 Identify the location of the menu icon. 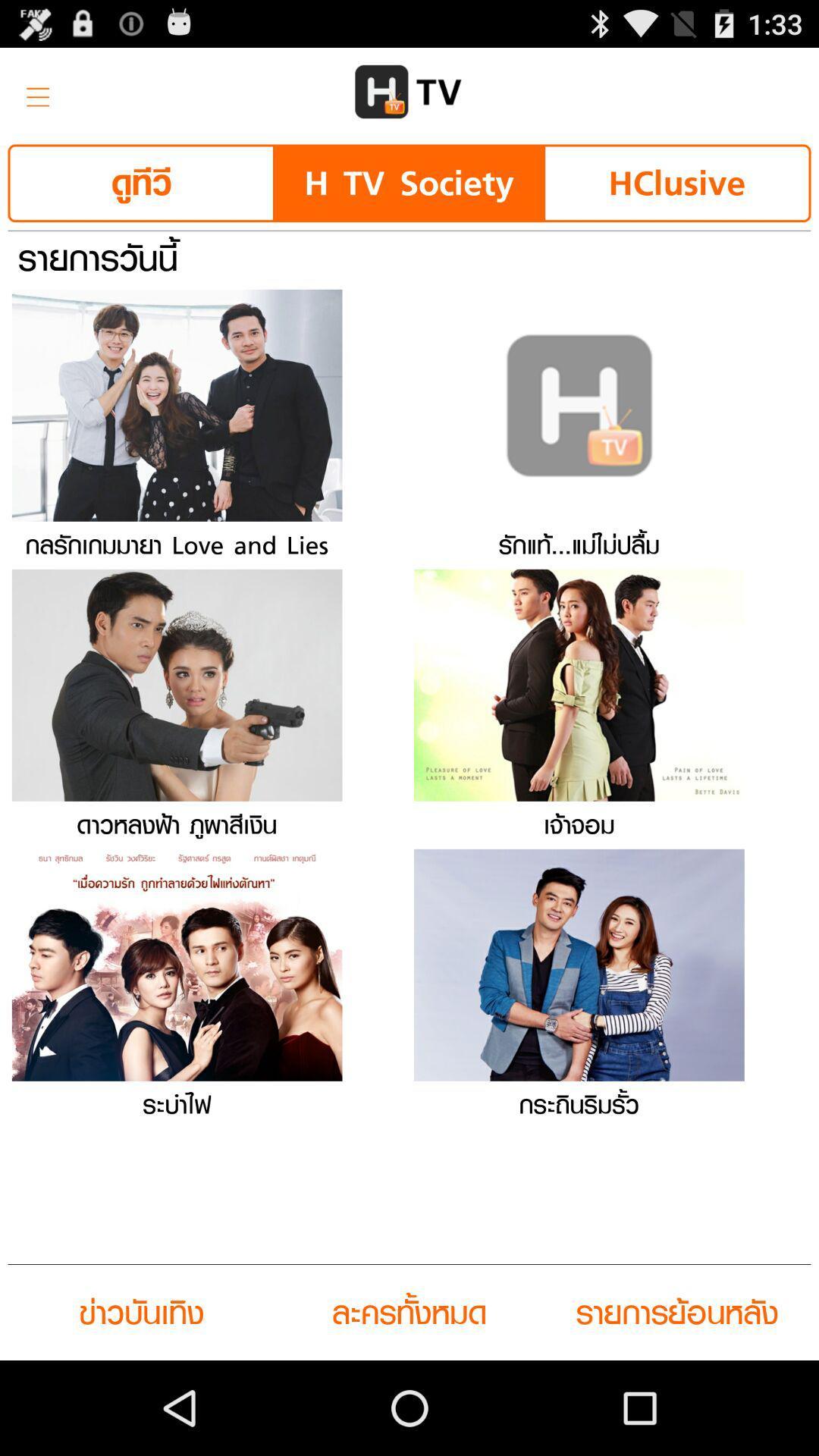
(33, 97).